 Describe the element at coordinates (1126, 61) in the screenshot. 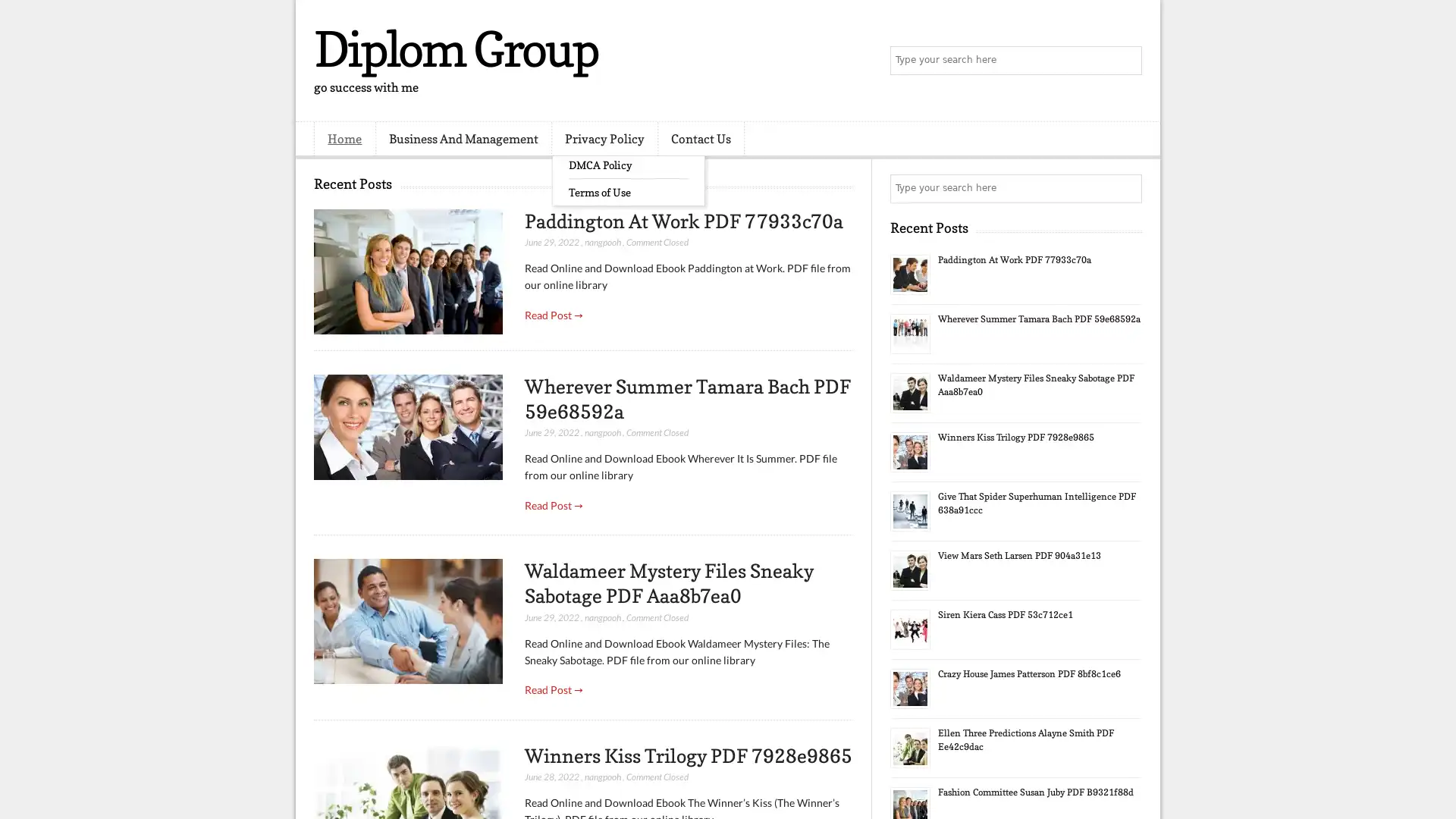

I see `Search` at that location.